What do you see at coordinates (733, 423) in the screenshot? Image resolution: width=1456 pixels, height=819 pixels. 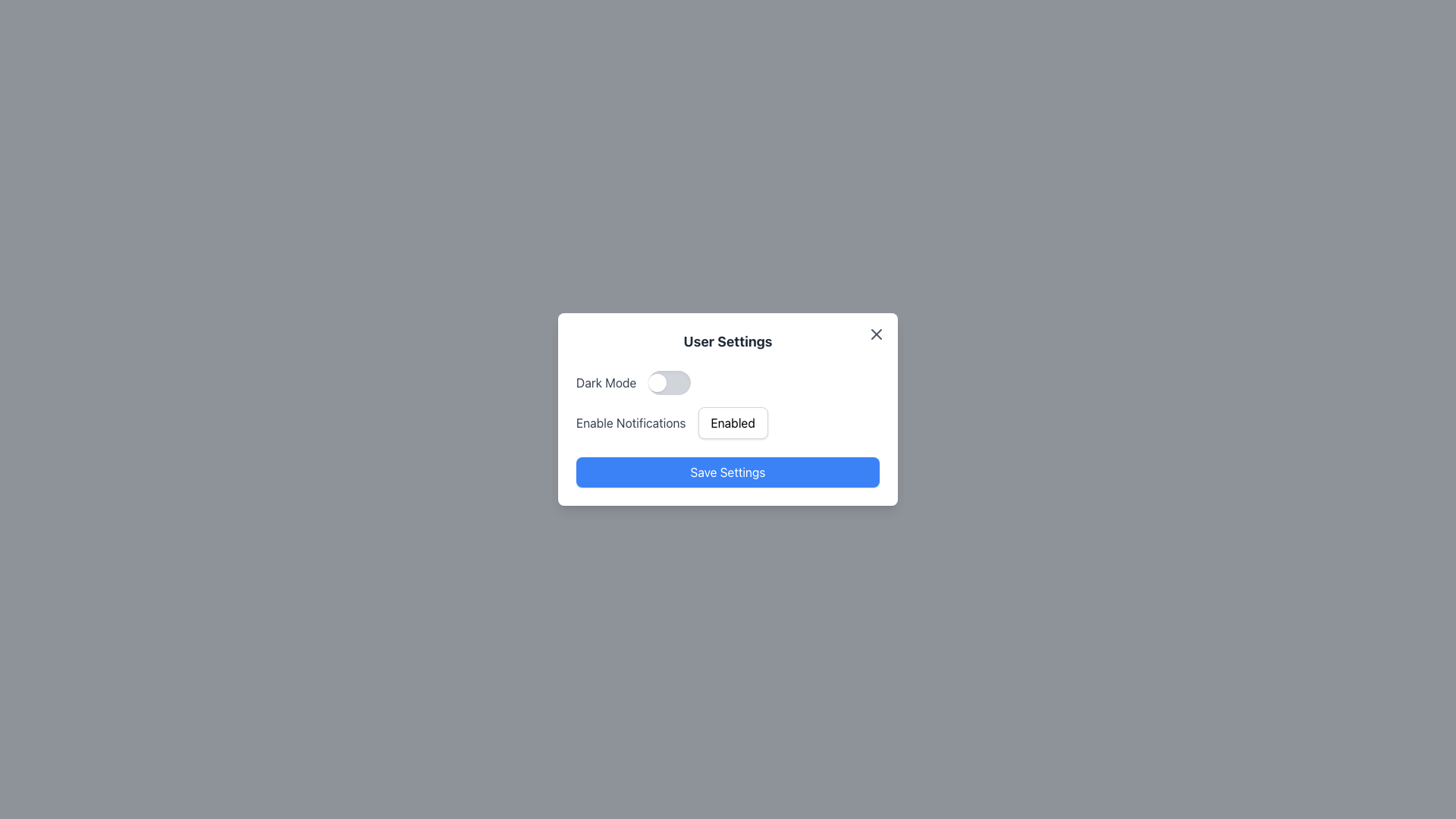 I see `the notifications toggle button located to the right of the 'Enable Notifications' text in the 'User Settings' modal dialog box` at bounding box center [733, 423].